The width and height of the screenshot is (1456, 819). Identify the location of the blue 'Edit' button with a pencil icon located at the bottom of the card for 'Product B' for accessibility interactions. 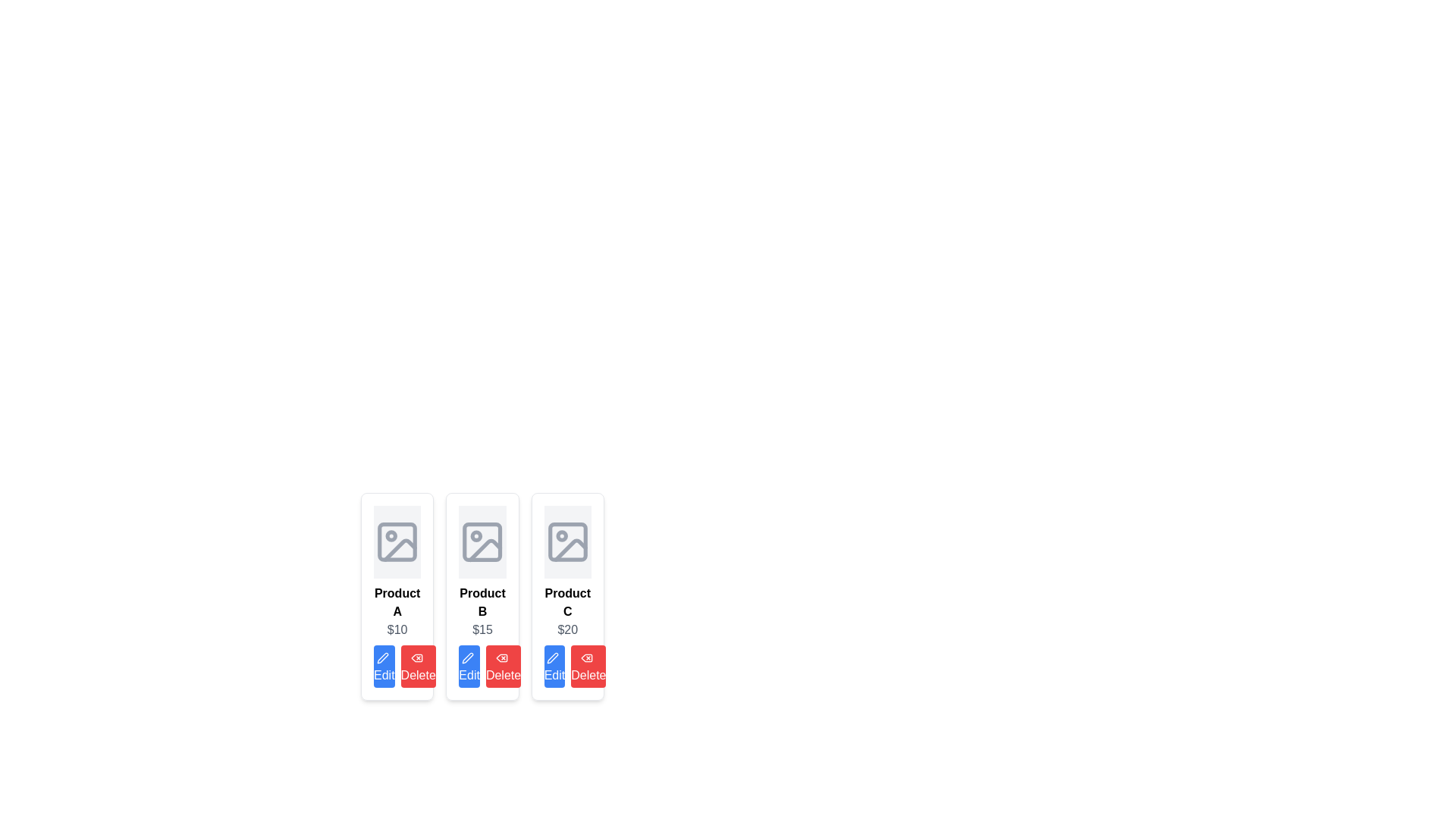
(469, 666).